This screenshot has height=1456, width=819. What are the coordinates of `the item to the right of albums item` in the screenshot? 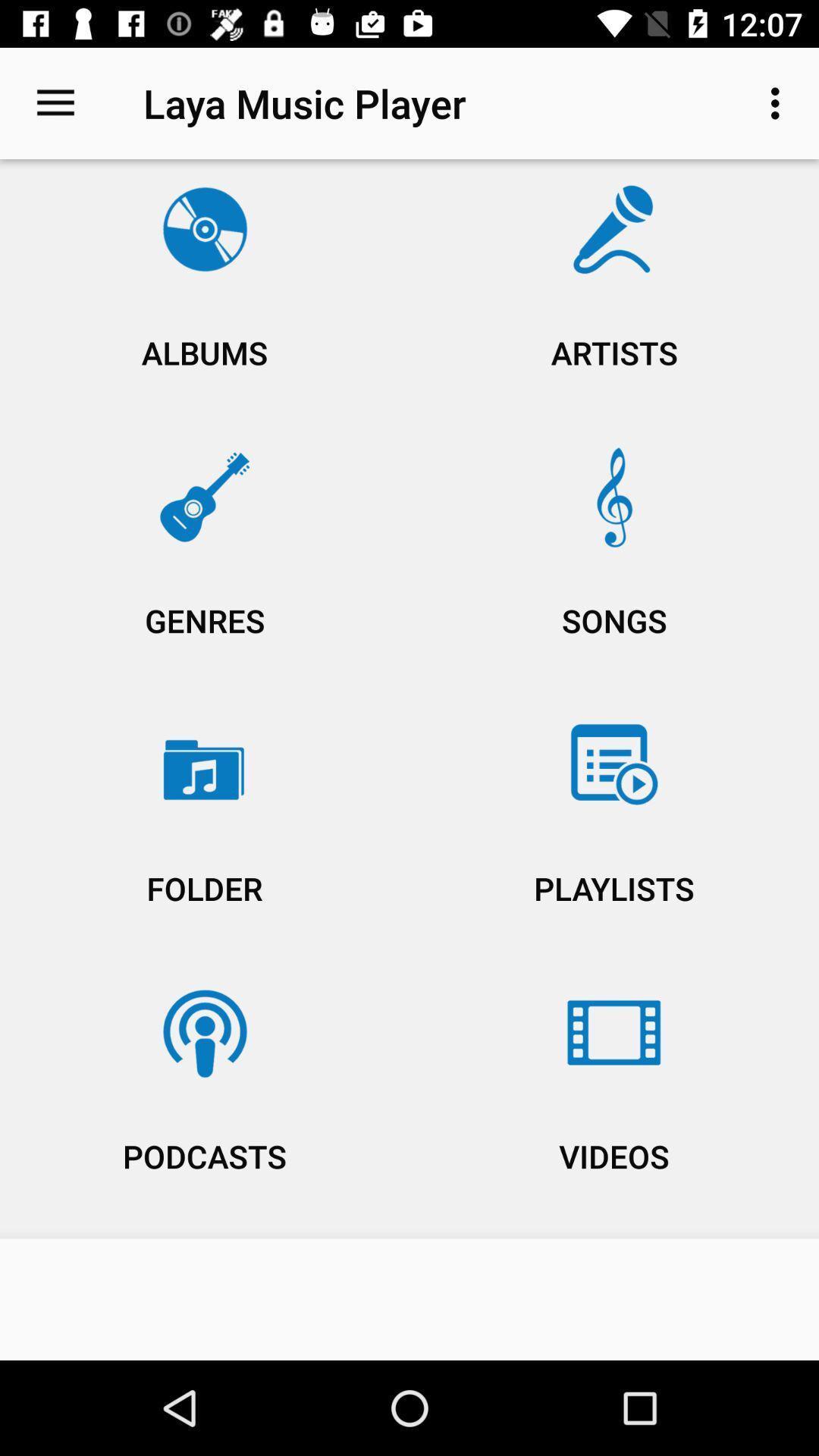 It's located at (614, 564).